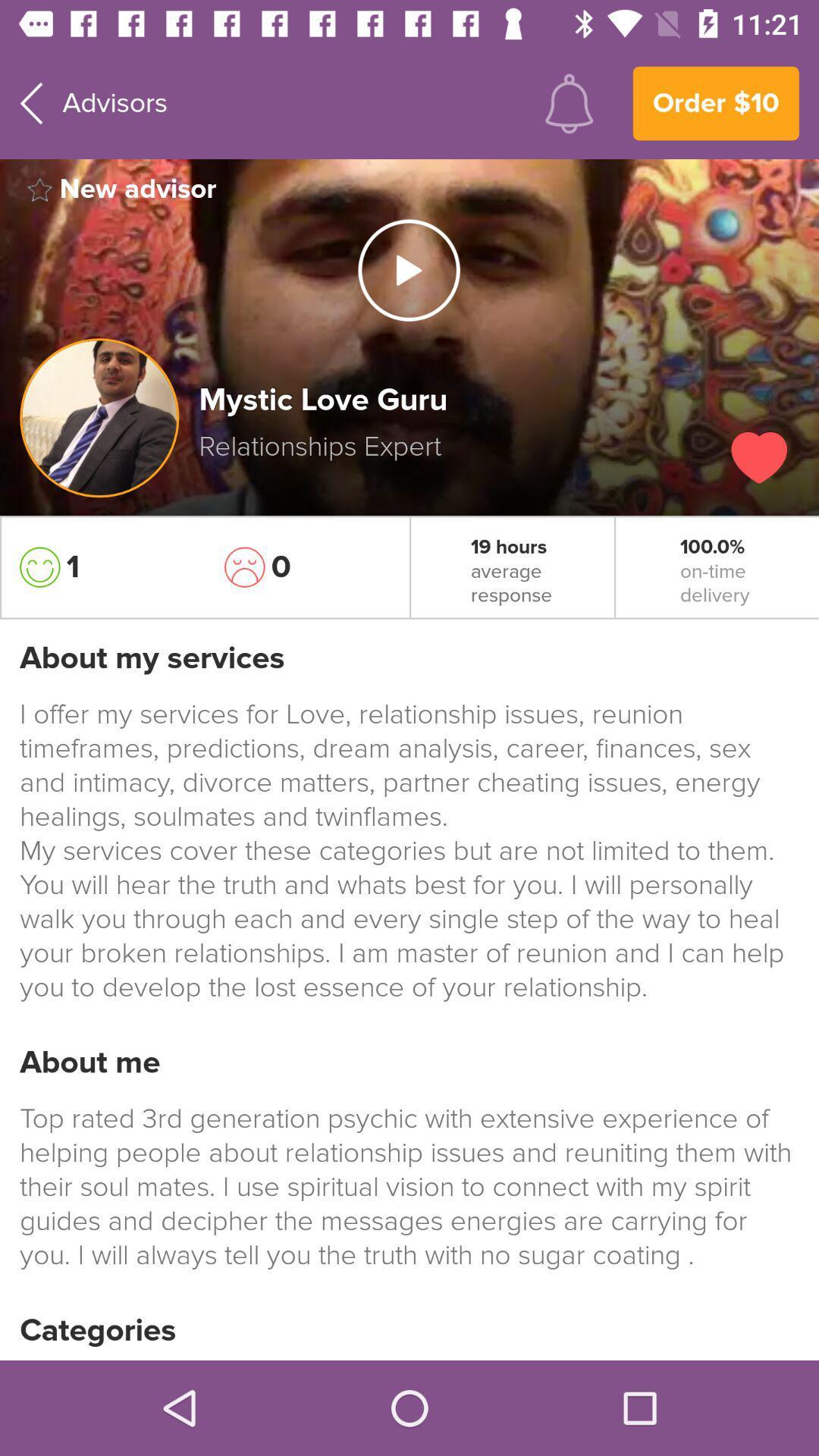 The height and width of the screenshot is (1456, 819). I want to click on icon next to new advisor item, so click(408, 270).